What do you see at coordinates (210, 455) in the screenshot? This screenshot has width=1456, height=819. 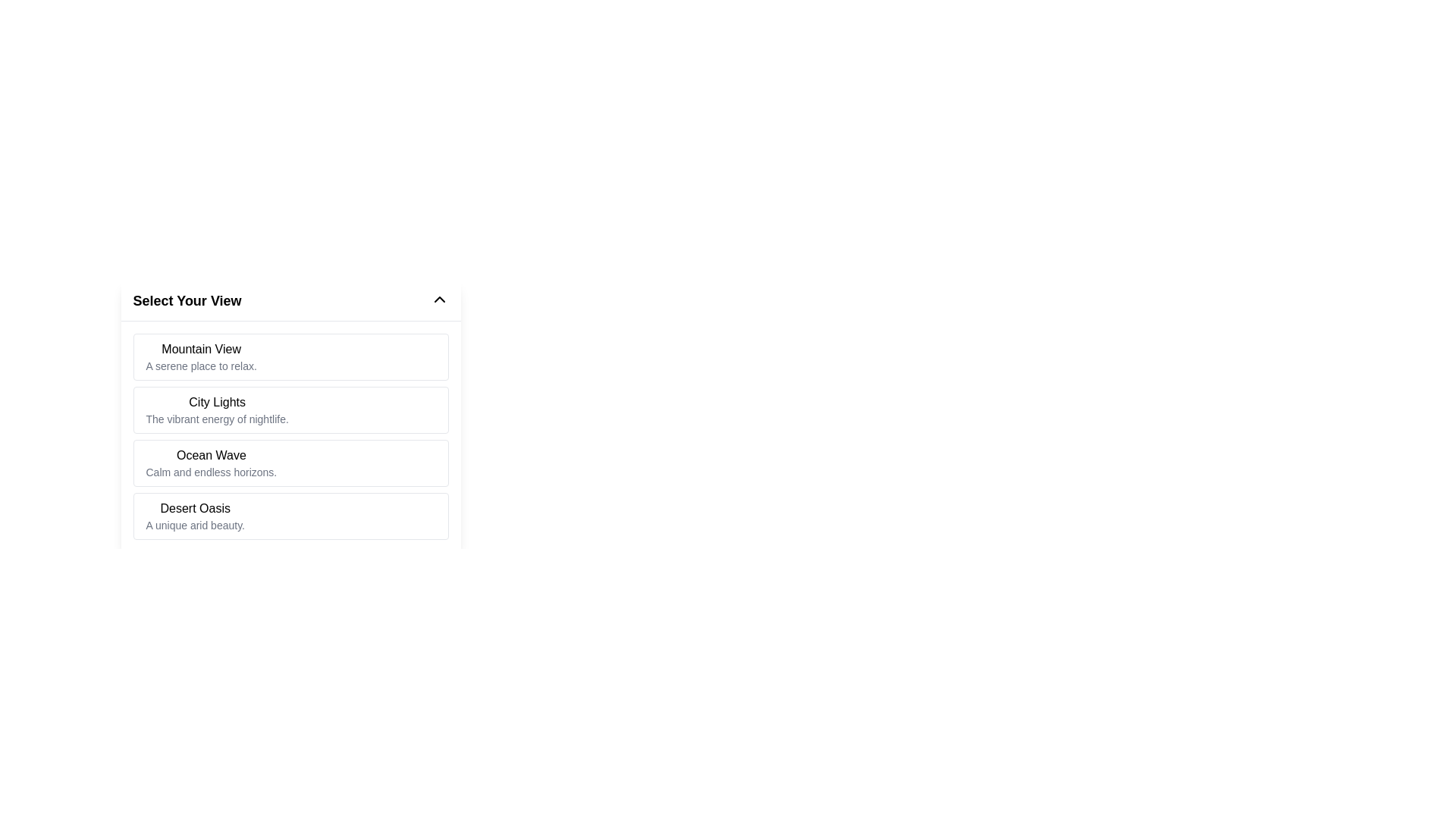 I see `the text label 'Ocean Wave'` at bounding box center [210, 455].